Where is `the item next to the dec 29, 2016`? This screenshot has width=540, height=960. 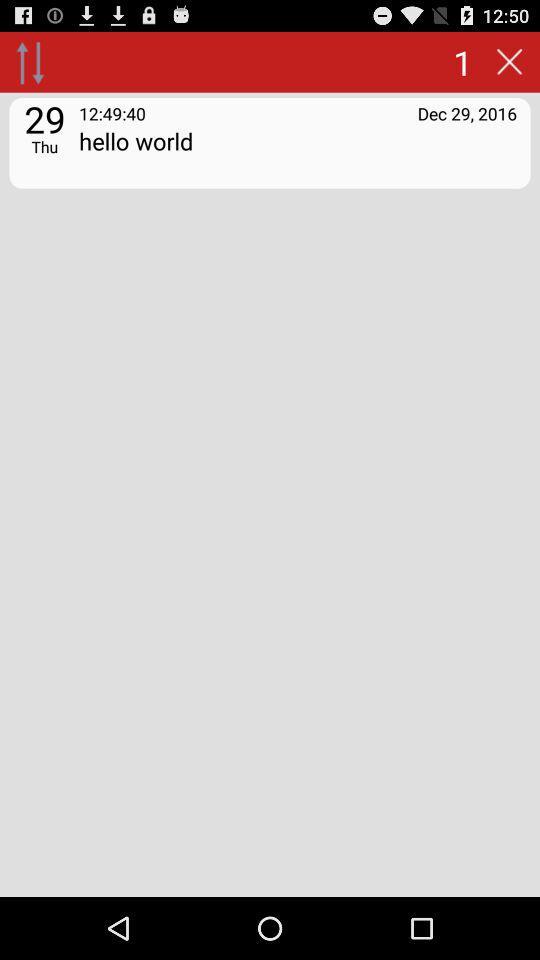
the item next to the dec 29, 2016 is located at coordinates (112, 113).